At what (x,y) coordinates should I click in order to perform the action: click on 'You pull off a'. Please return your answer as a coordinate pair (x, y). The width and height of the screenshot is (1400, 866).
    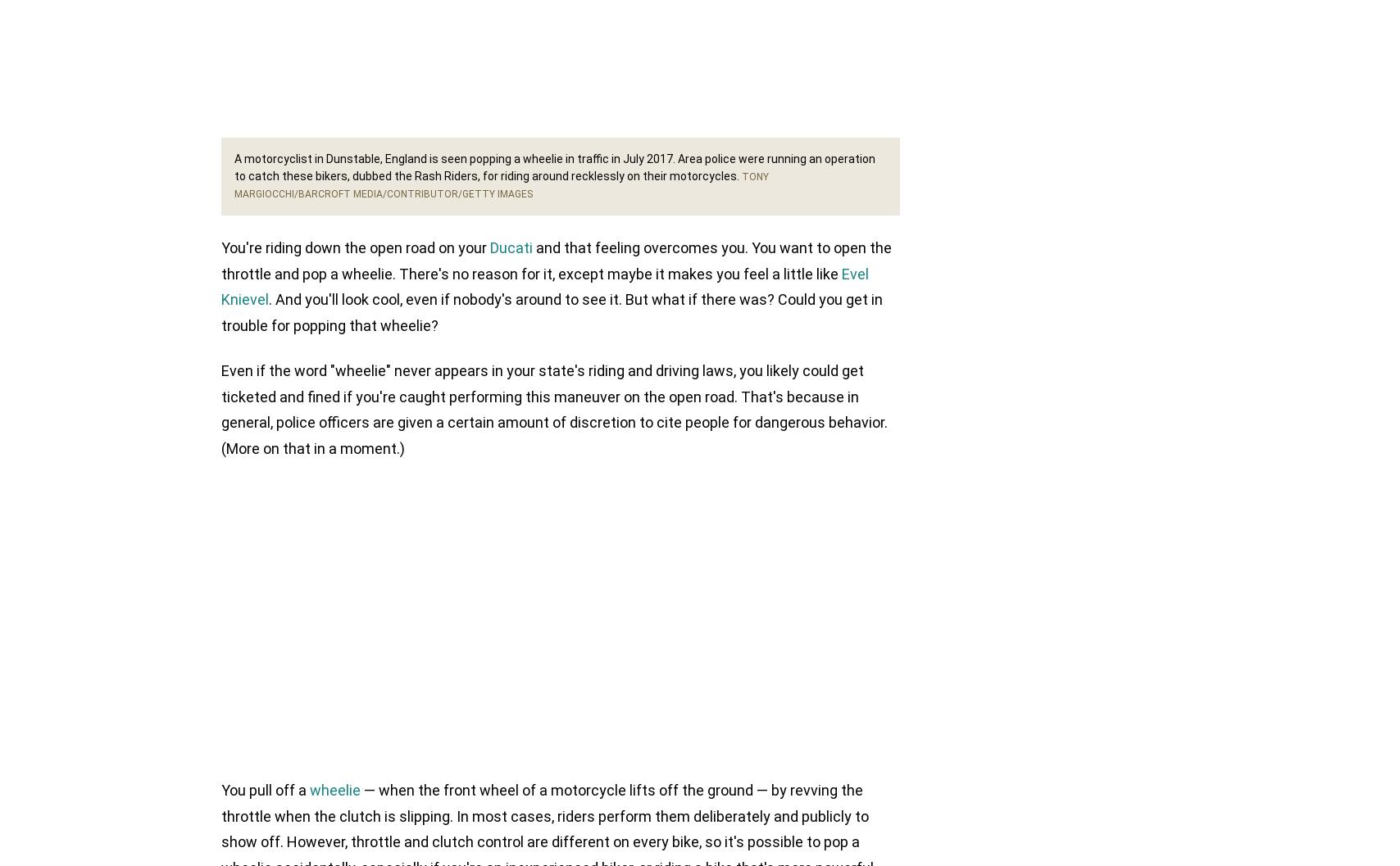
    Looking at the image, I should click on (221, 790).